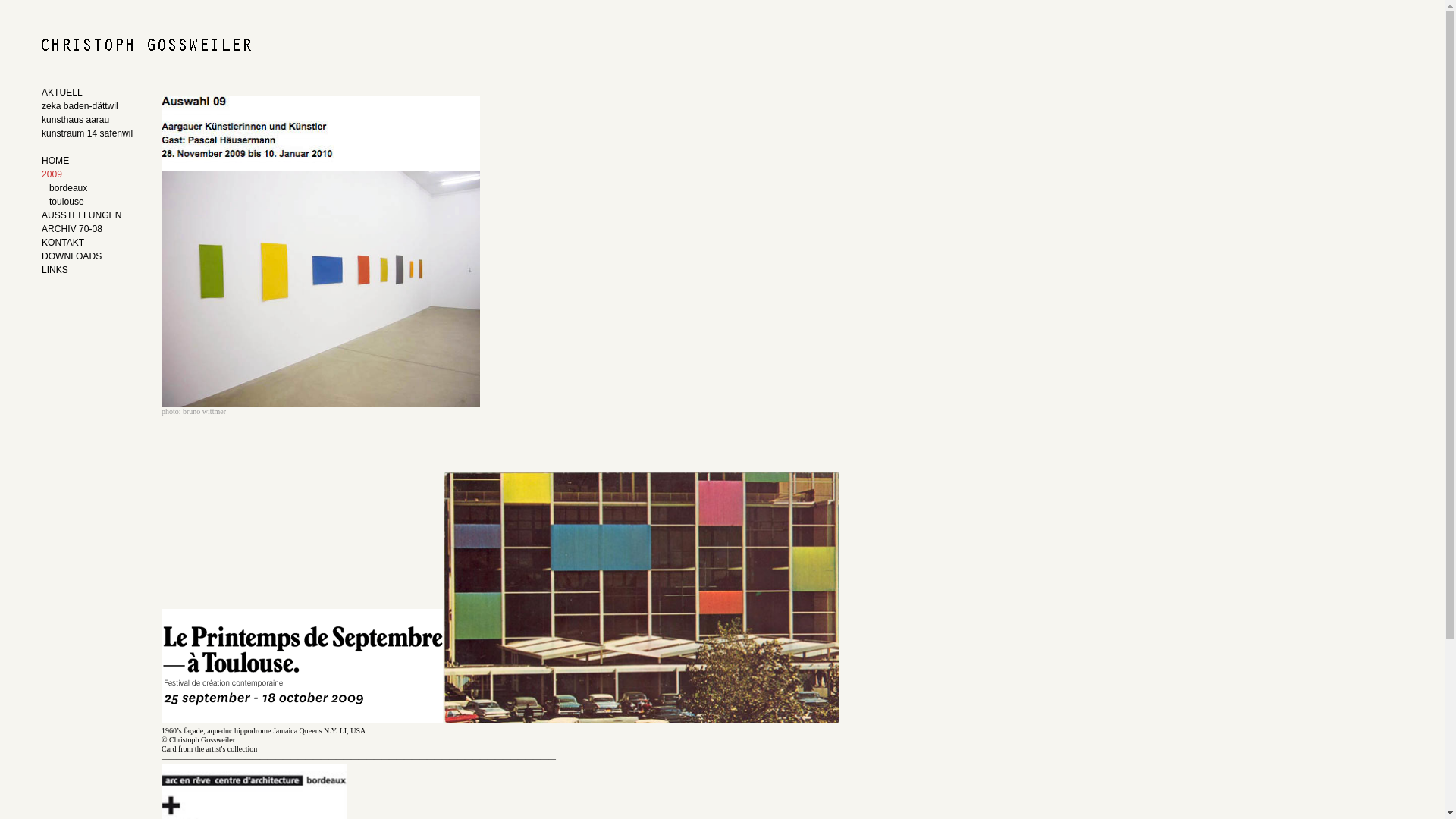  Describe the element at coordinates (88, 133) in the screenshot. I see `'kunstraum 14 safenwil'` at that location.